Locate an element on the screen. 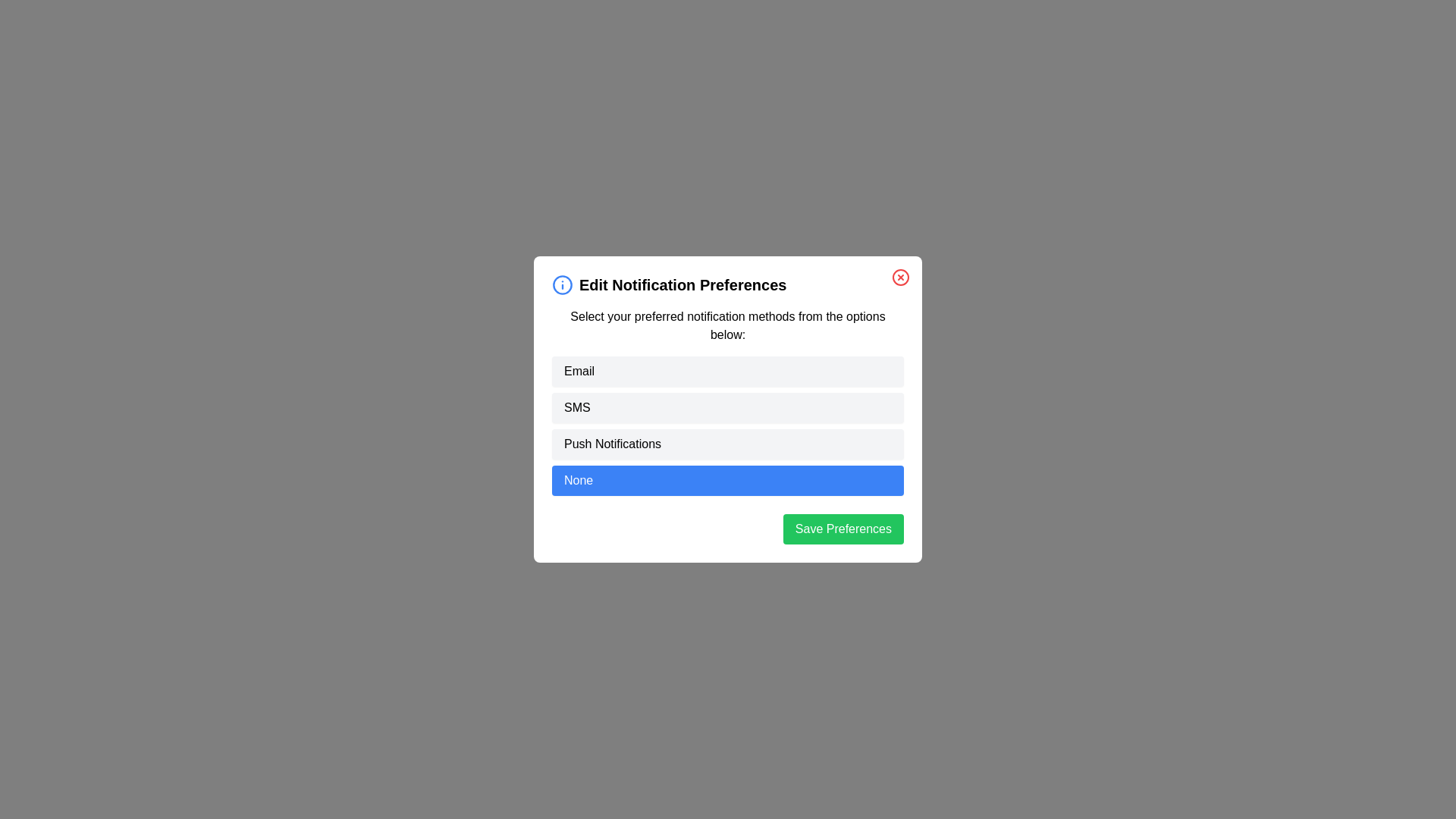  the option Push Notifications from the list by clicking on it is located at coordinates (728, 444).